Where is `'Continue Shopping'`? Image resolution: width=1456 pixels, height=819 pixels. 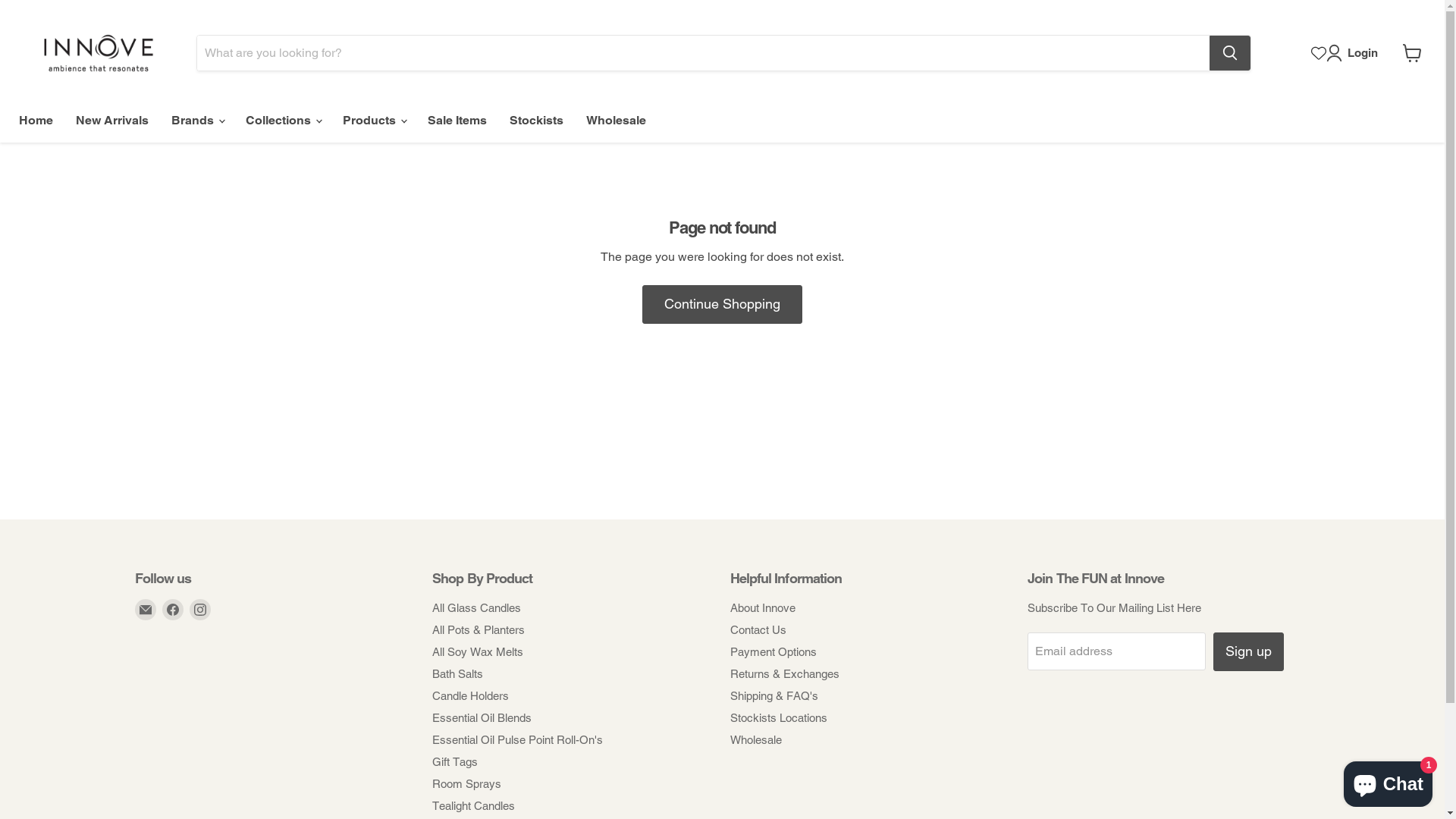
'Continue Shopping' is located at coordinates (721, 304).